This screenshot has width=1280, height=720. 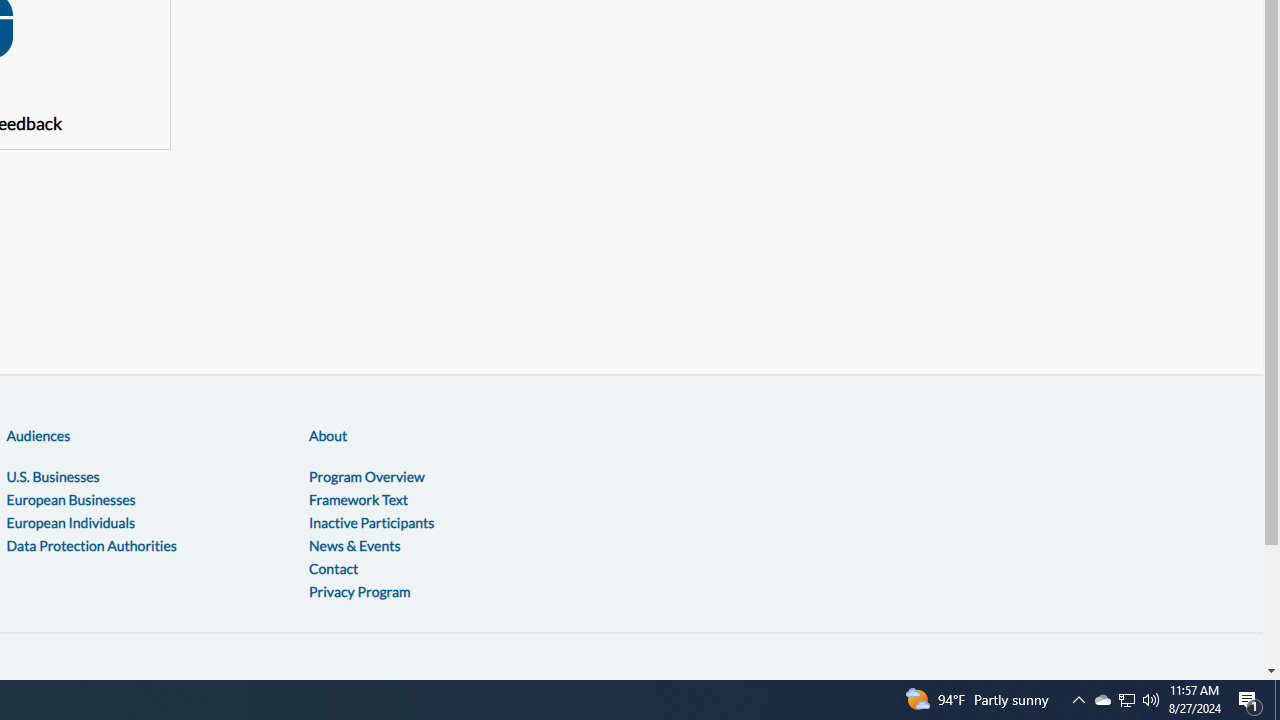 I want to click on 'Data Protection Authorities', so click(x=90, y=544).